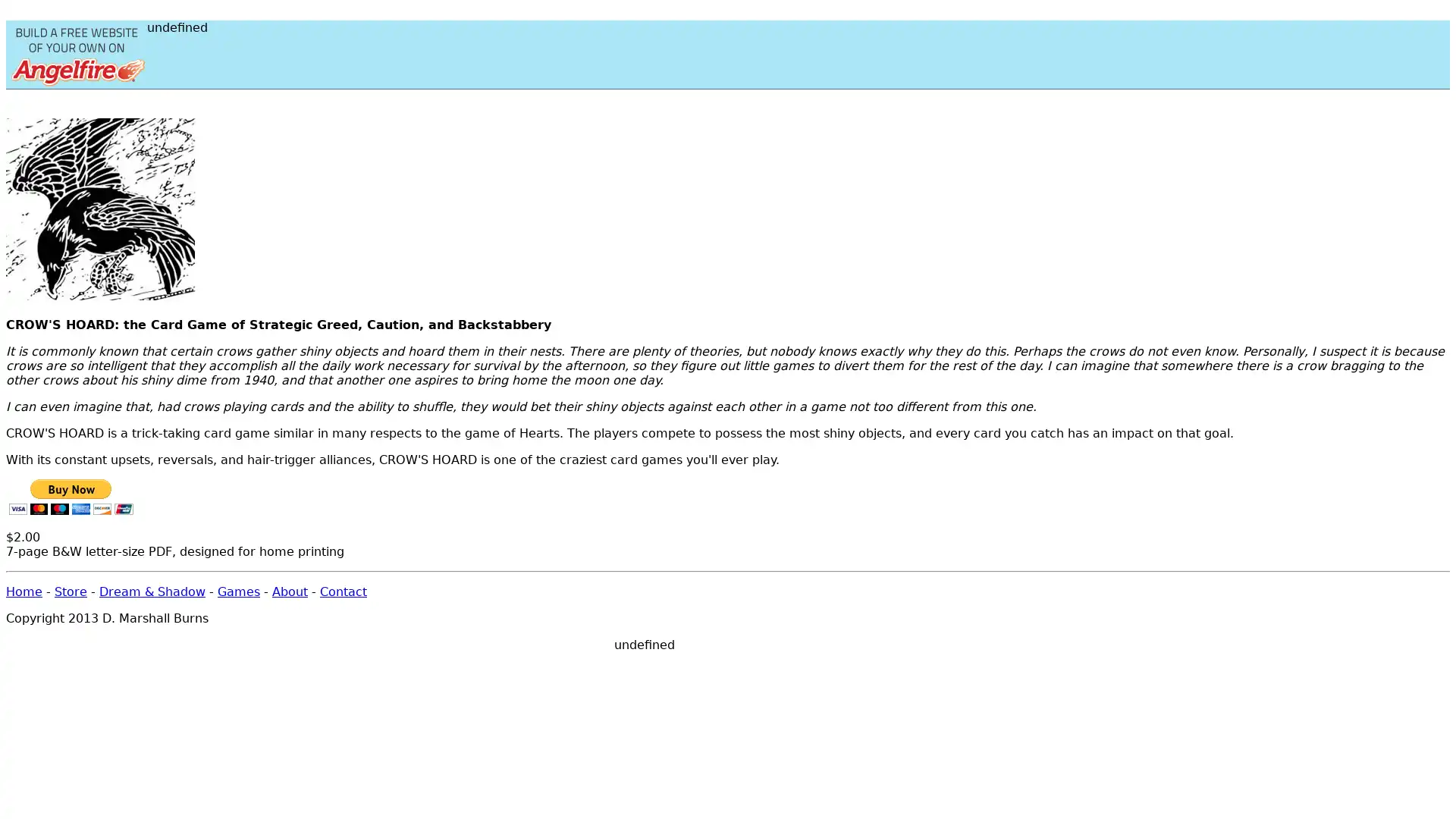 Image resolution: width=1456 pixels, height=819 pixels. Describe the element at coordinates (70, 497) in the screenshot. I see `PayPal - The safer, easier way to pay online!` at that location.